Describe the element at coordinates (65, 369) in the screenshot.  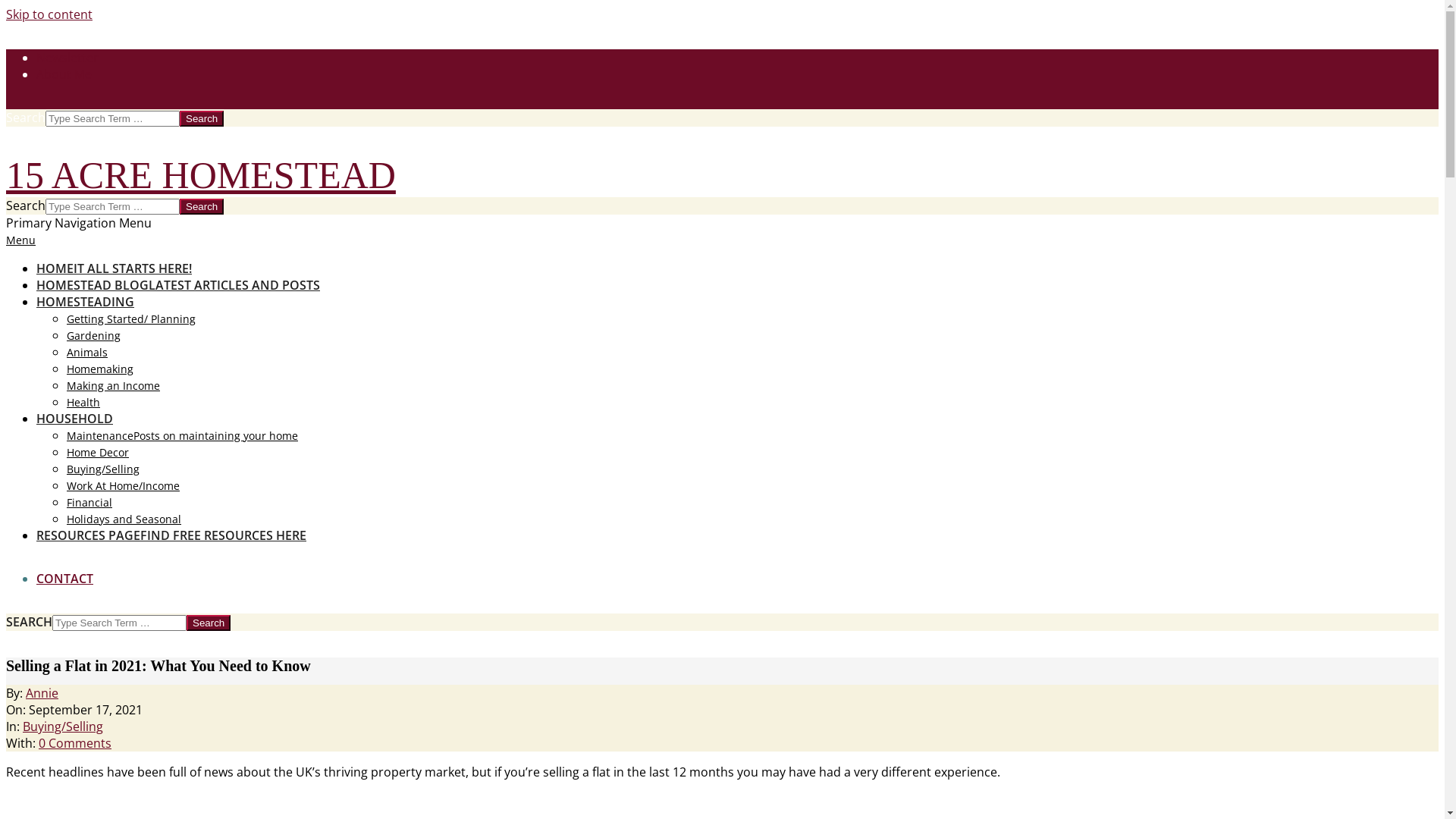
I see `'Homemaking'` at that location.